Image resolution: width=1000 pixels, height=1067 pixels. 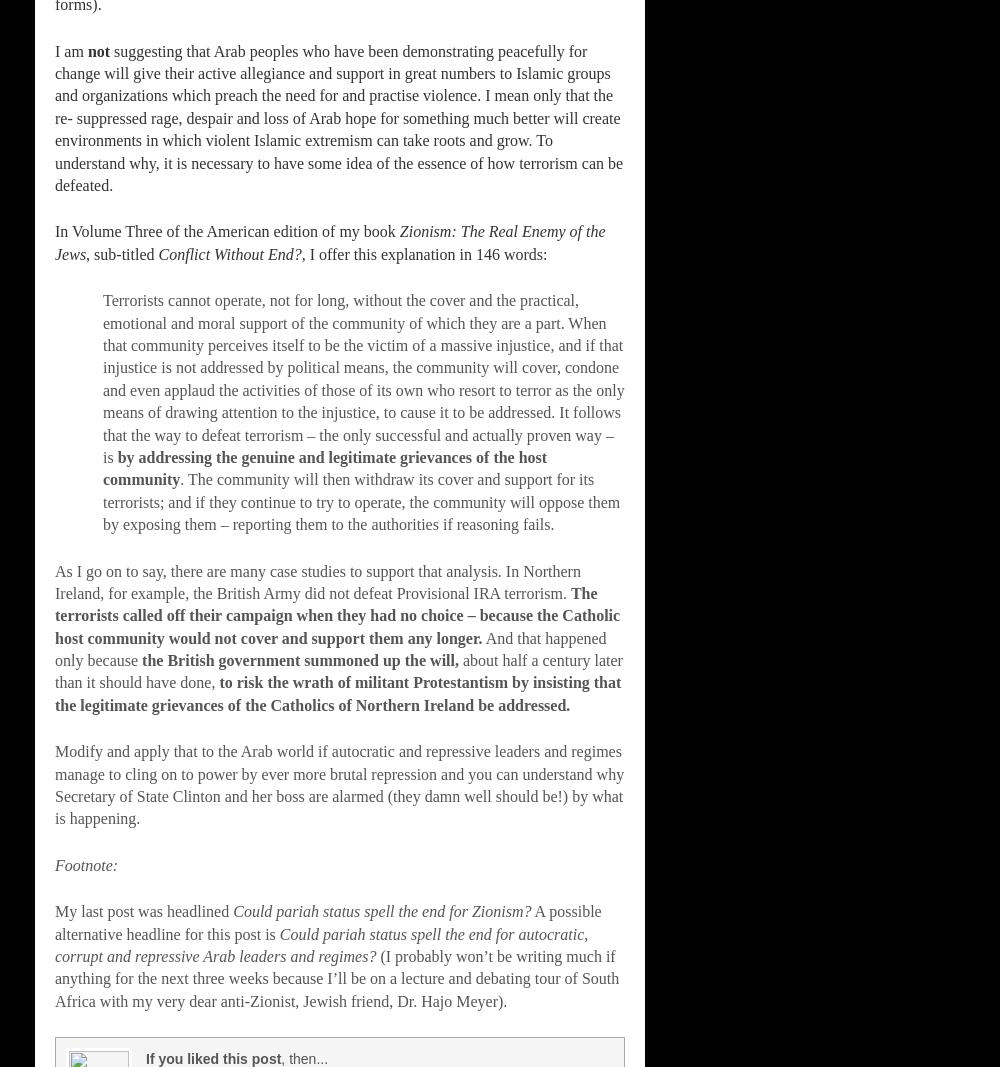 What do you see at coordinates (97, 49) in the screenshot?
I see `'not'` at bounding box center [97, 49].